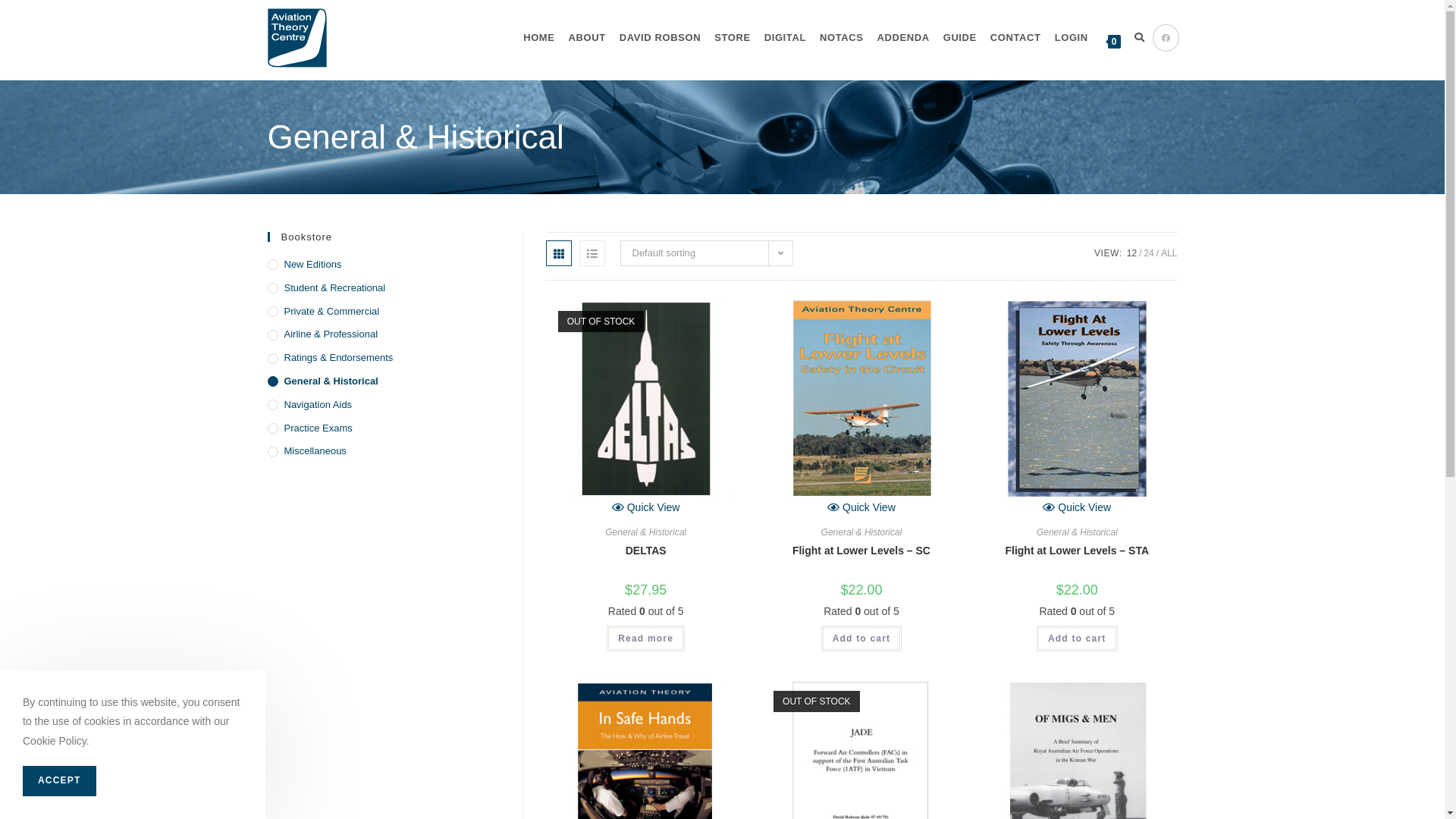 The height and width of the screenshot is (819, 1456). Describe the element at coordinates (645, 638) in the screenshot. I see `'Read more'` at that location.